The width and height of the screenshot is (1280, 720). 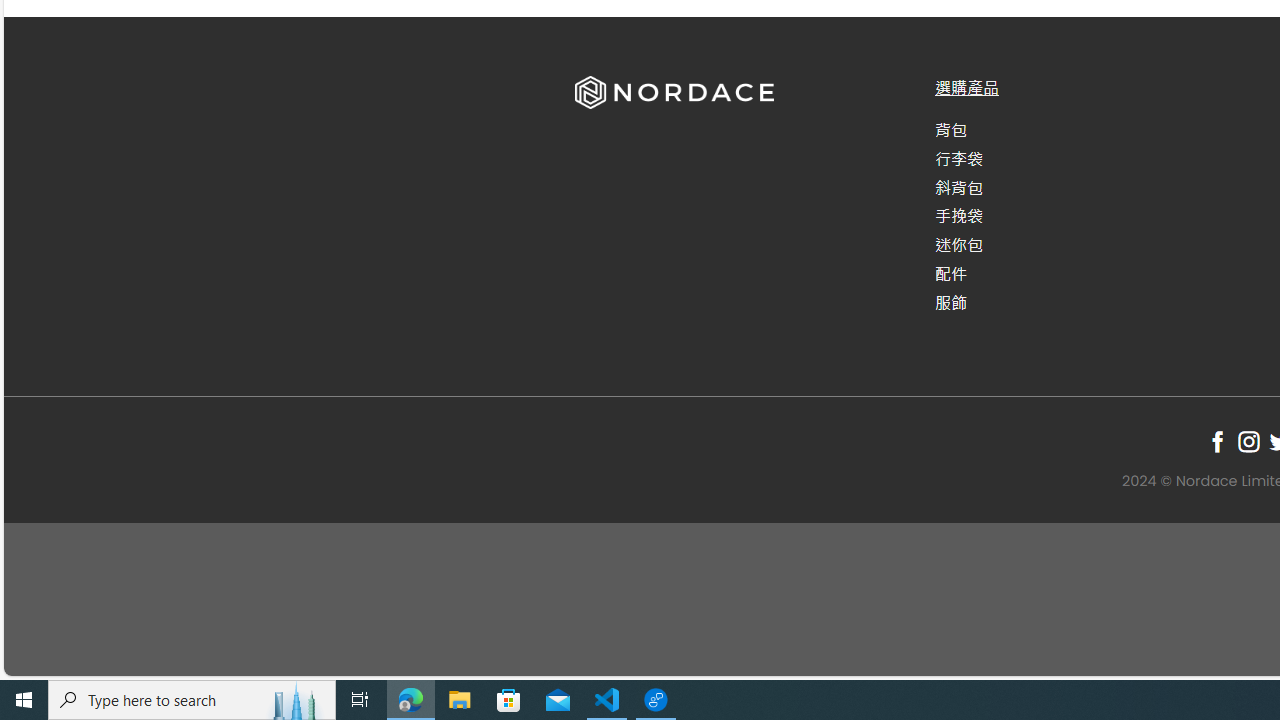 What do you see at coordinates (1216, 440) in the screenshot?
I see `'Follow on Facebook'` at bounding box center [1216, 440].